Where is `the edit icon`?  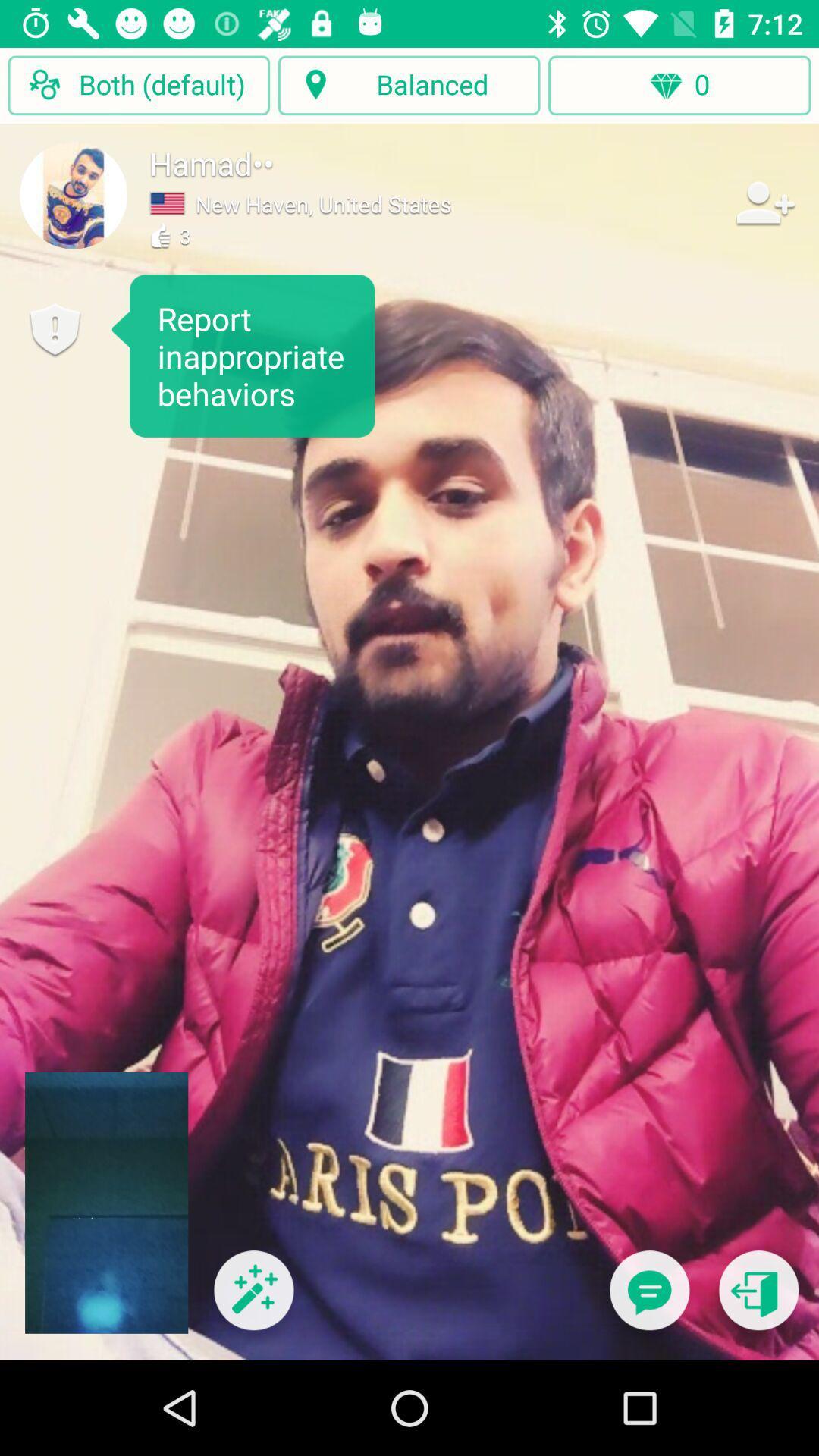 the edit icon is located at coordinates (253, 1299).